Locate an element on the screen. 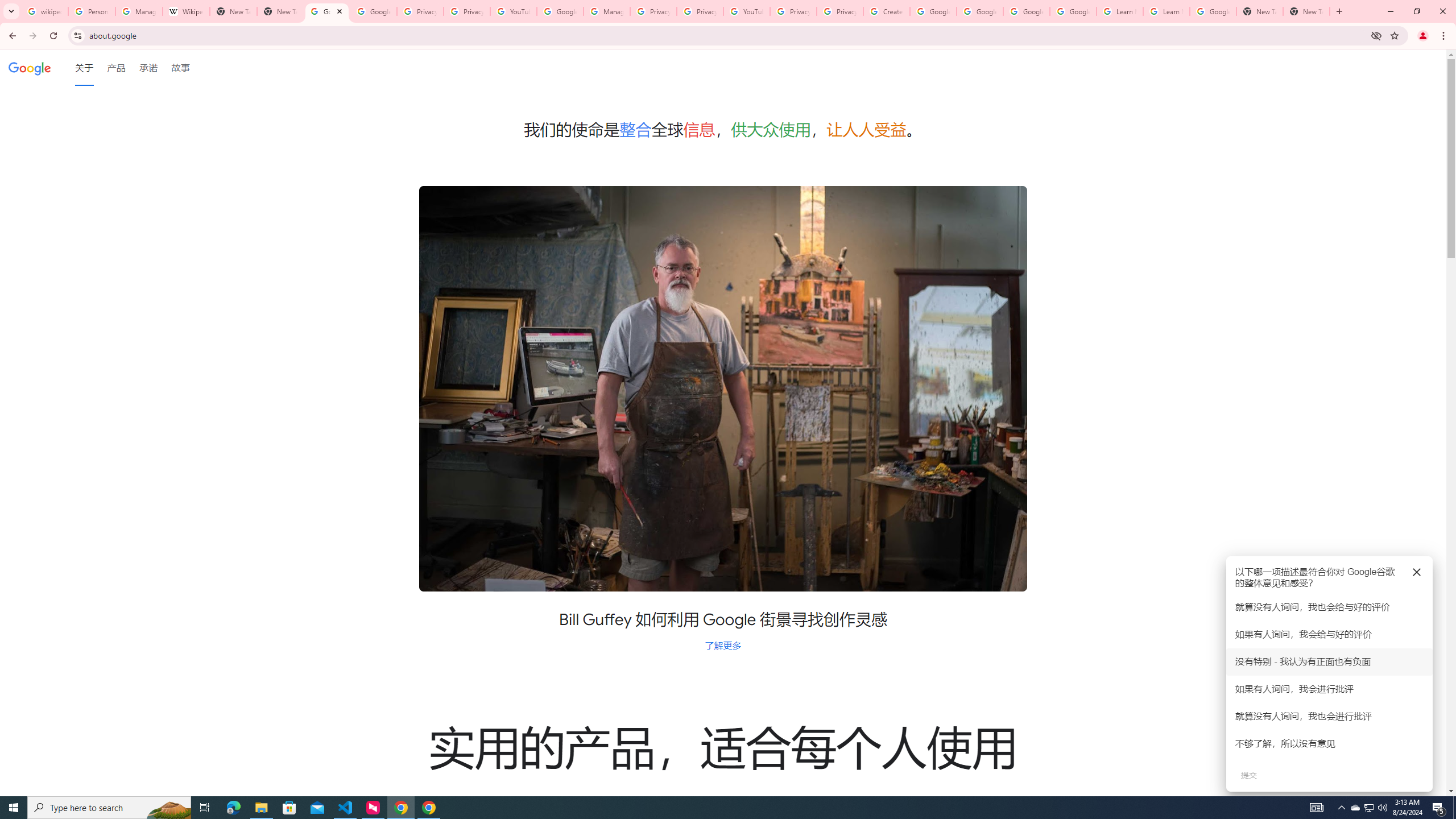 The width and height of the screenshot is (1456, 819). 'Google Account Help' is located at coordinates (1073, 11).